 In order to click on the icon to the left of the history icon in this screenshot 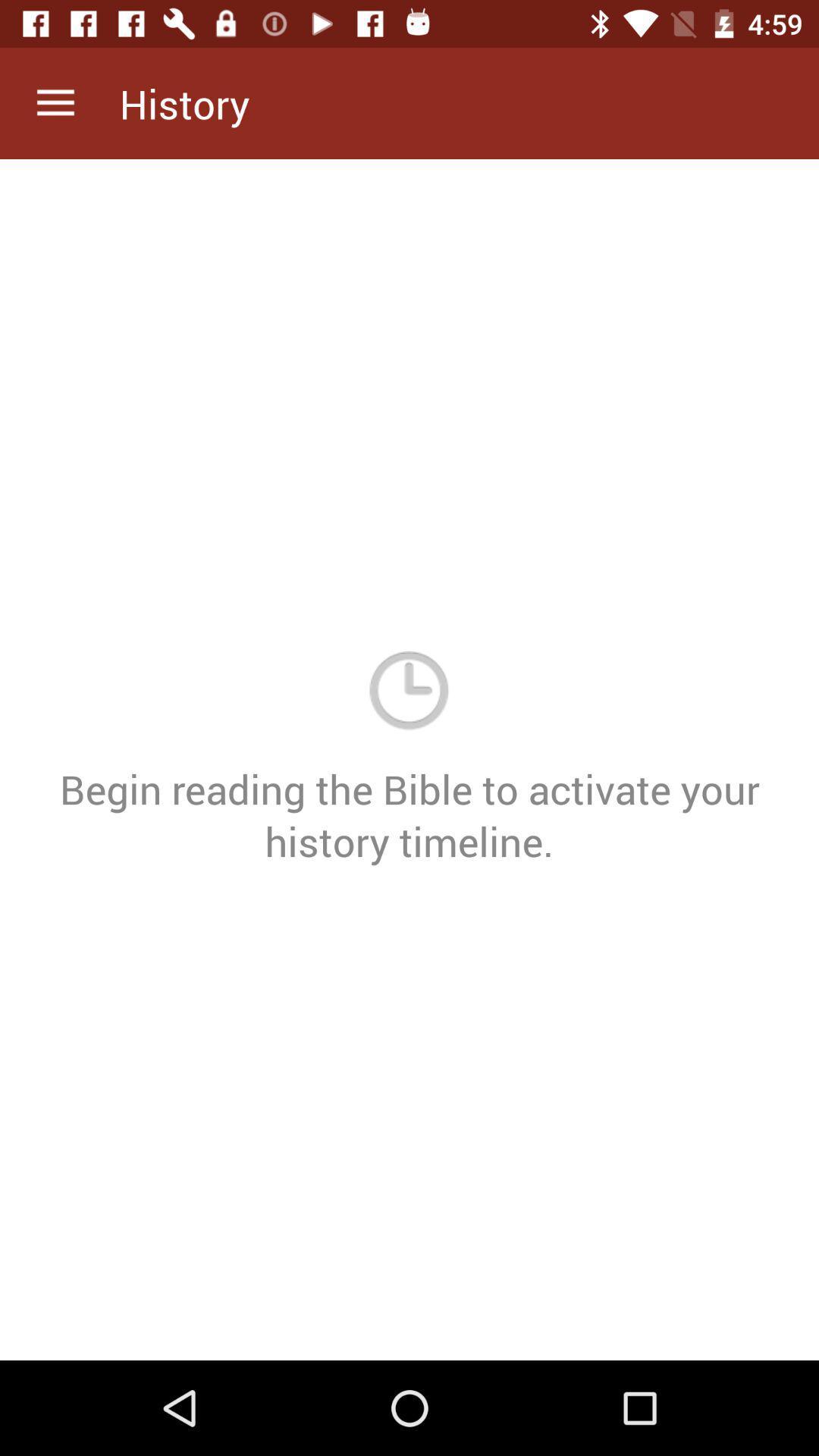, I will do `click(55, 102)`.